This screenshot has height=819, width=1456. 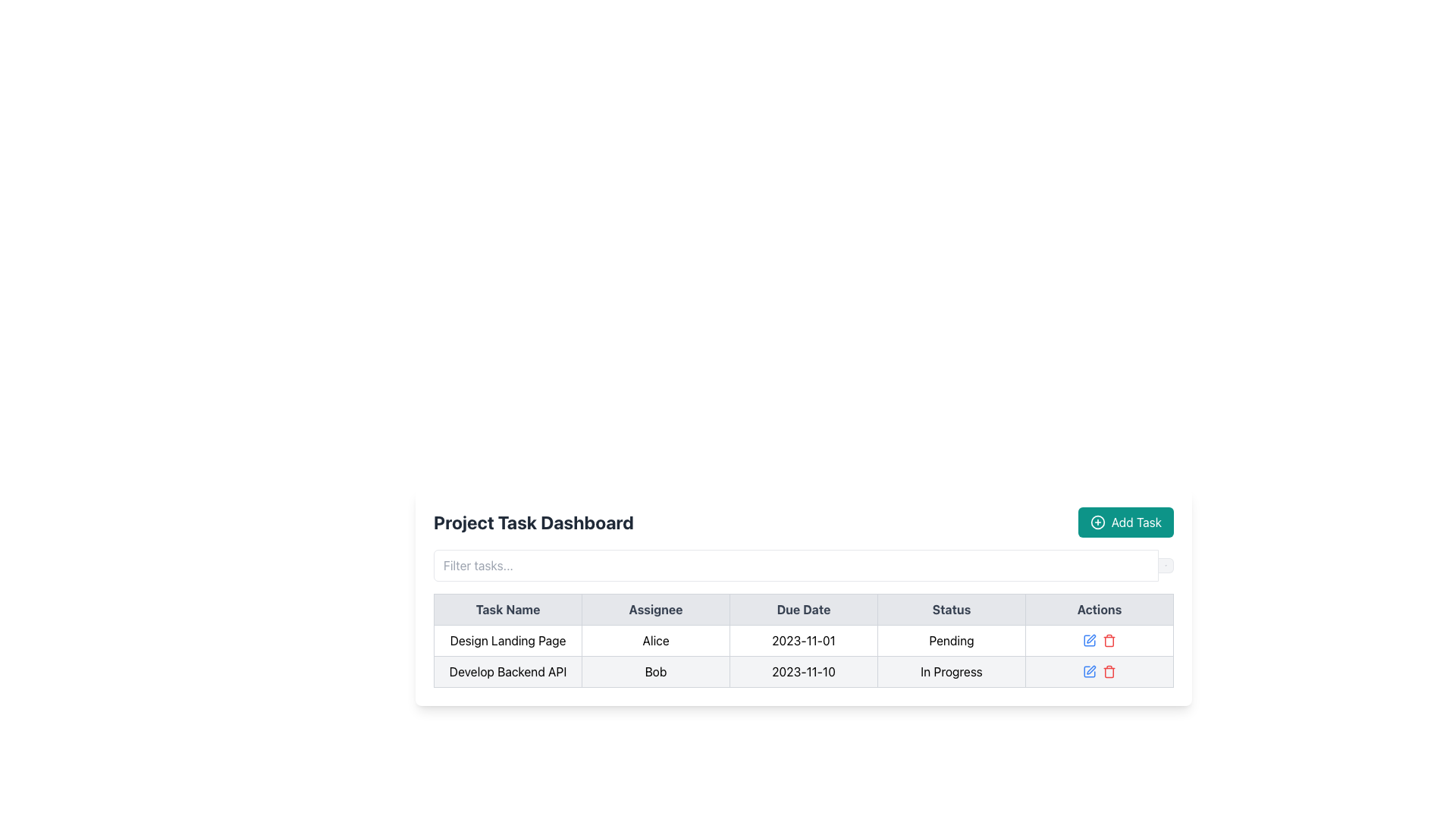 I want to click on the red trash can icon in the 'Actions' column of the second row, so click(x=1109, y=671).